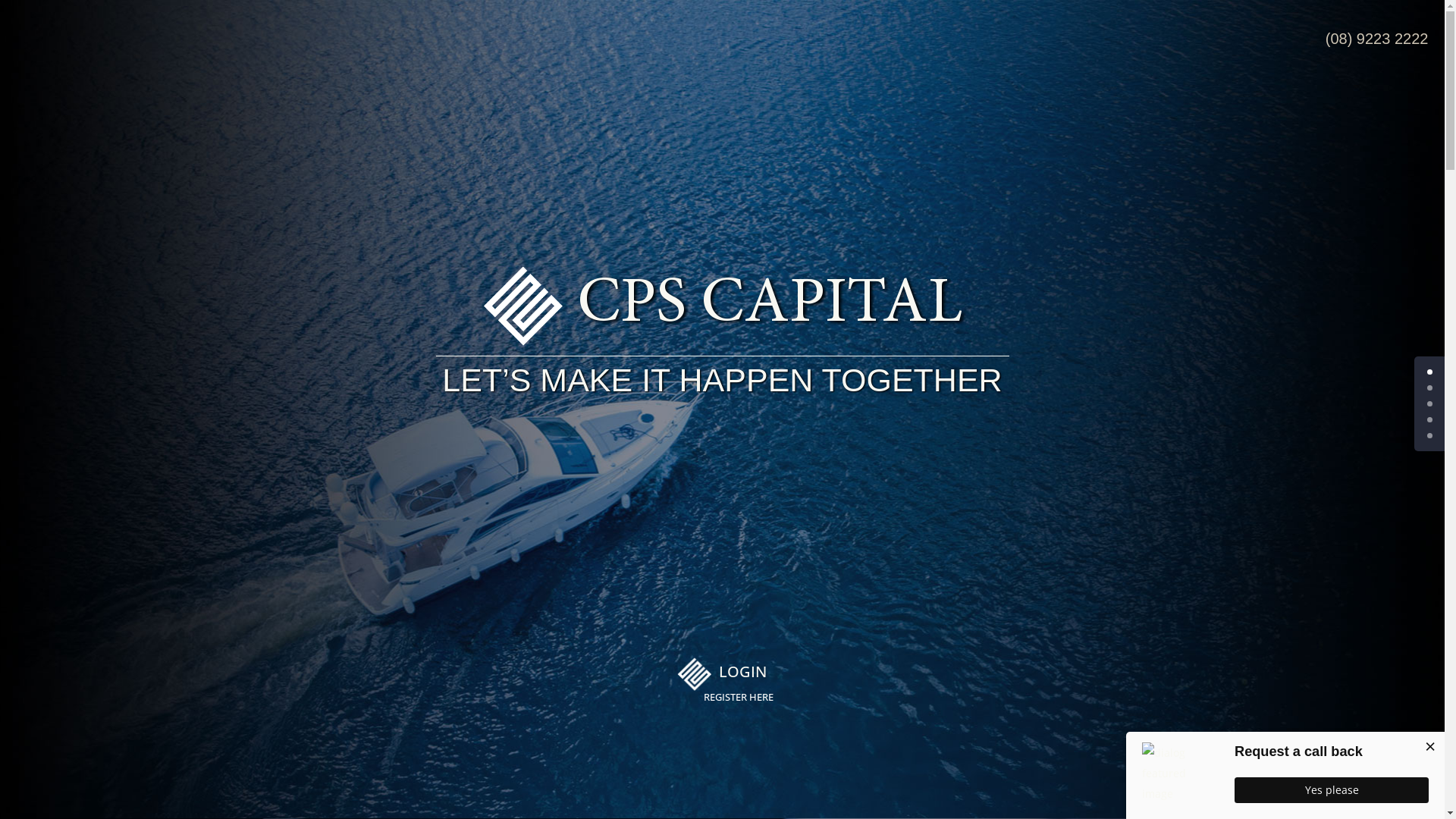 This screenshot has height=819, width=1456. Describe the element at coordinates (693, 673) in the screenshot. I see `'CPS_Capital_Tile_Only_REV'` at that location.